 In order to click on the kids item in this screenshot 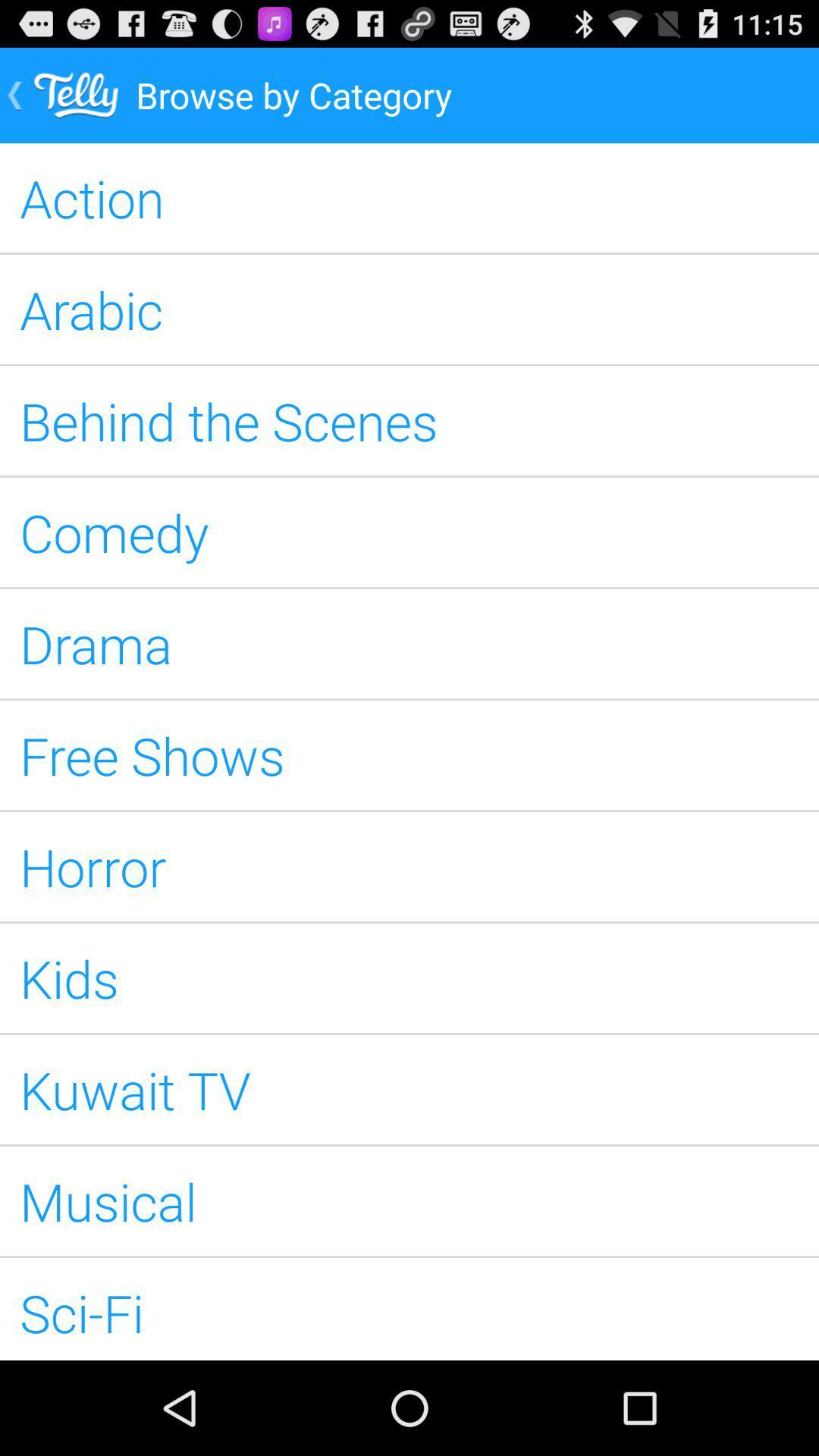, I will do `click(409, 978)`.